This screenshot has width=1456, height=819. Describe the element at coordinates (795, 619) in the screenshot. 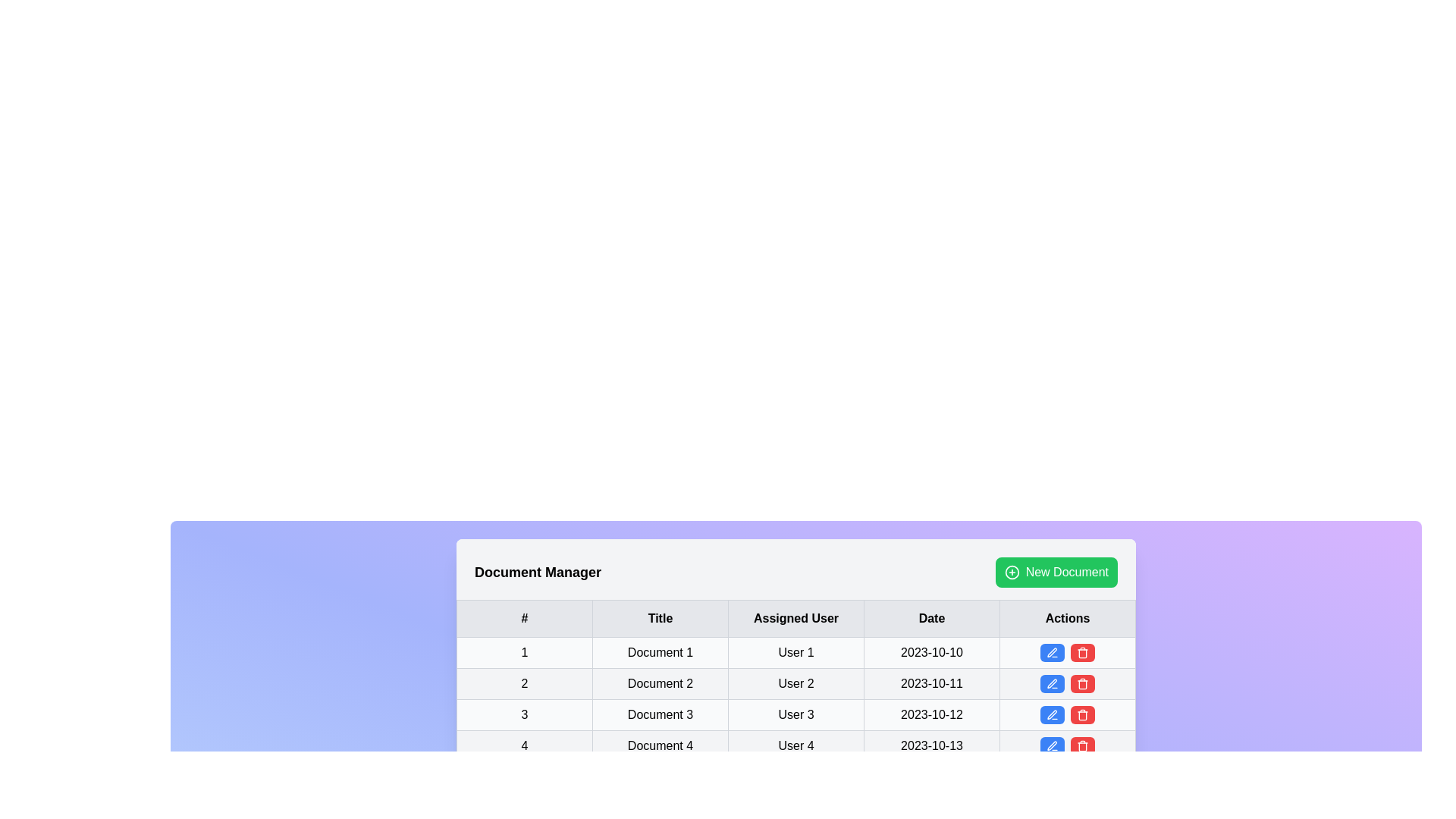

I see `the 'Assigned User' column header in the table to sort the entries by the assigned user` at that location.